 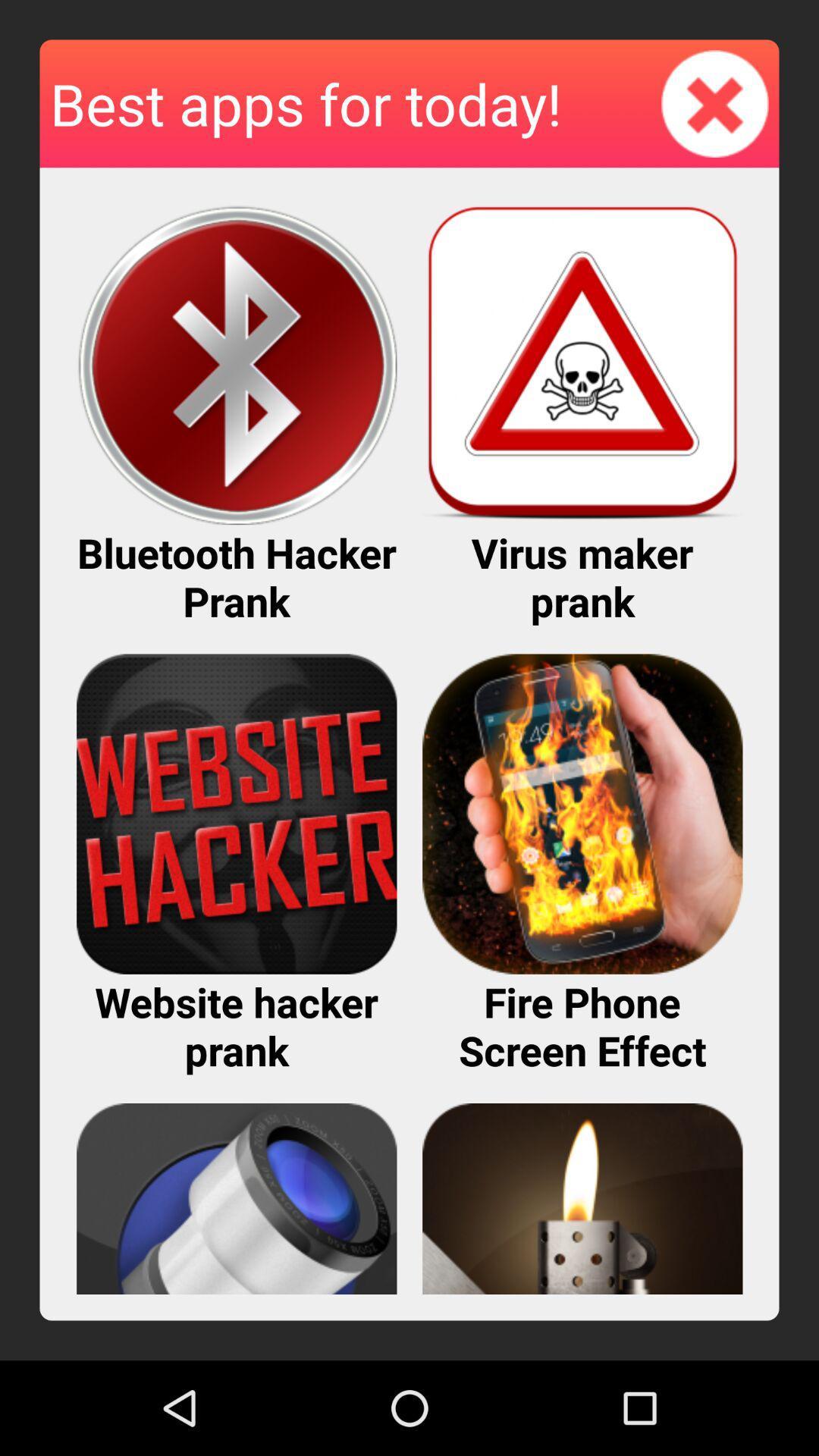 What do you see at coordinates (715, 110) in the screenshot?
I see `the close icon` at bounding box center [715, 110].